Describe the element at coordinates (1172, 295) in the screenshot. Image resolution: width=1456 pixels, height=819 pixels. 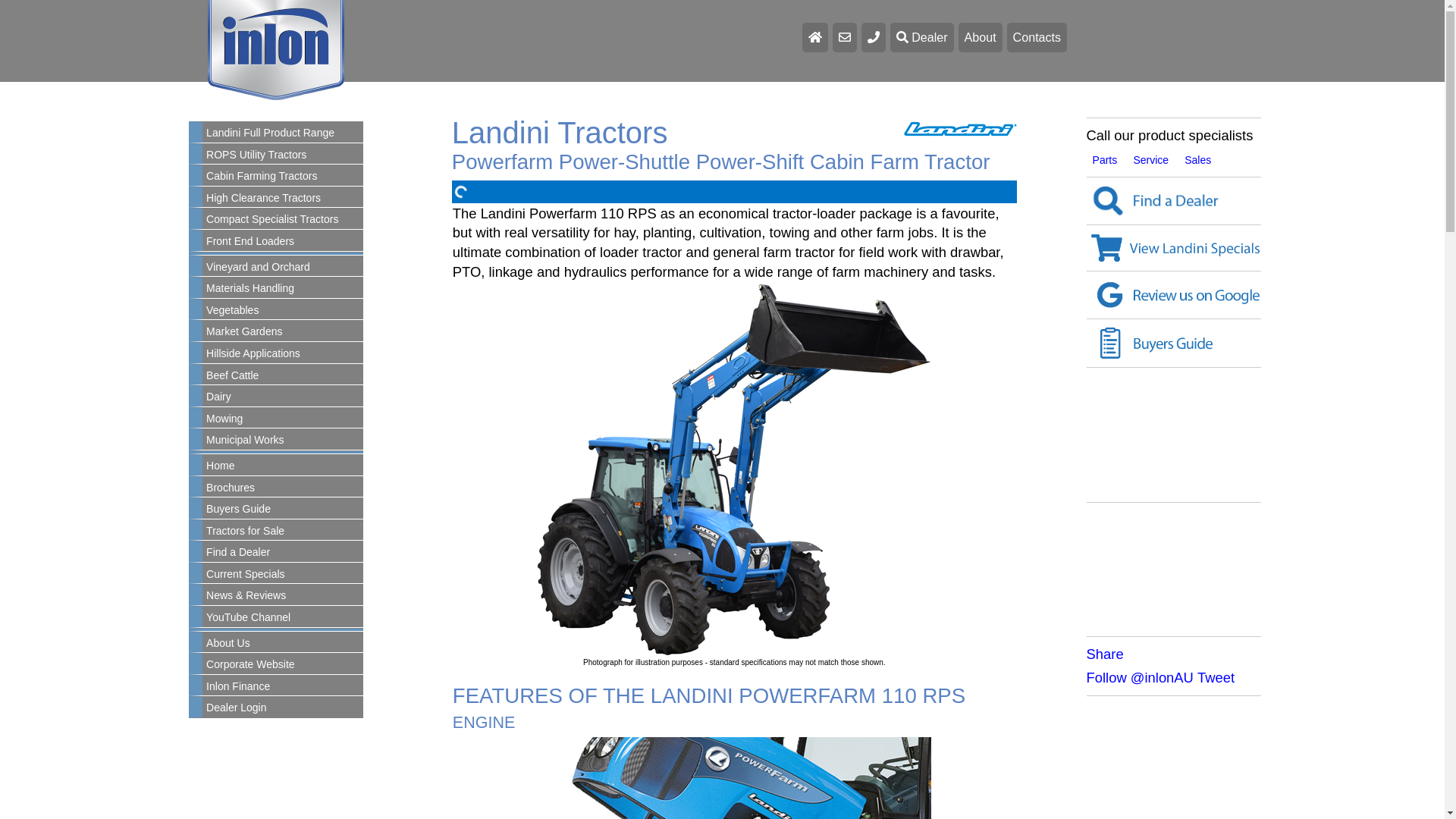
I see `'Review us on Google'` at that location.